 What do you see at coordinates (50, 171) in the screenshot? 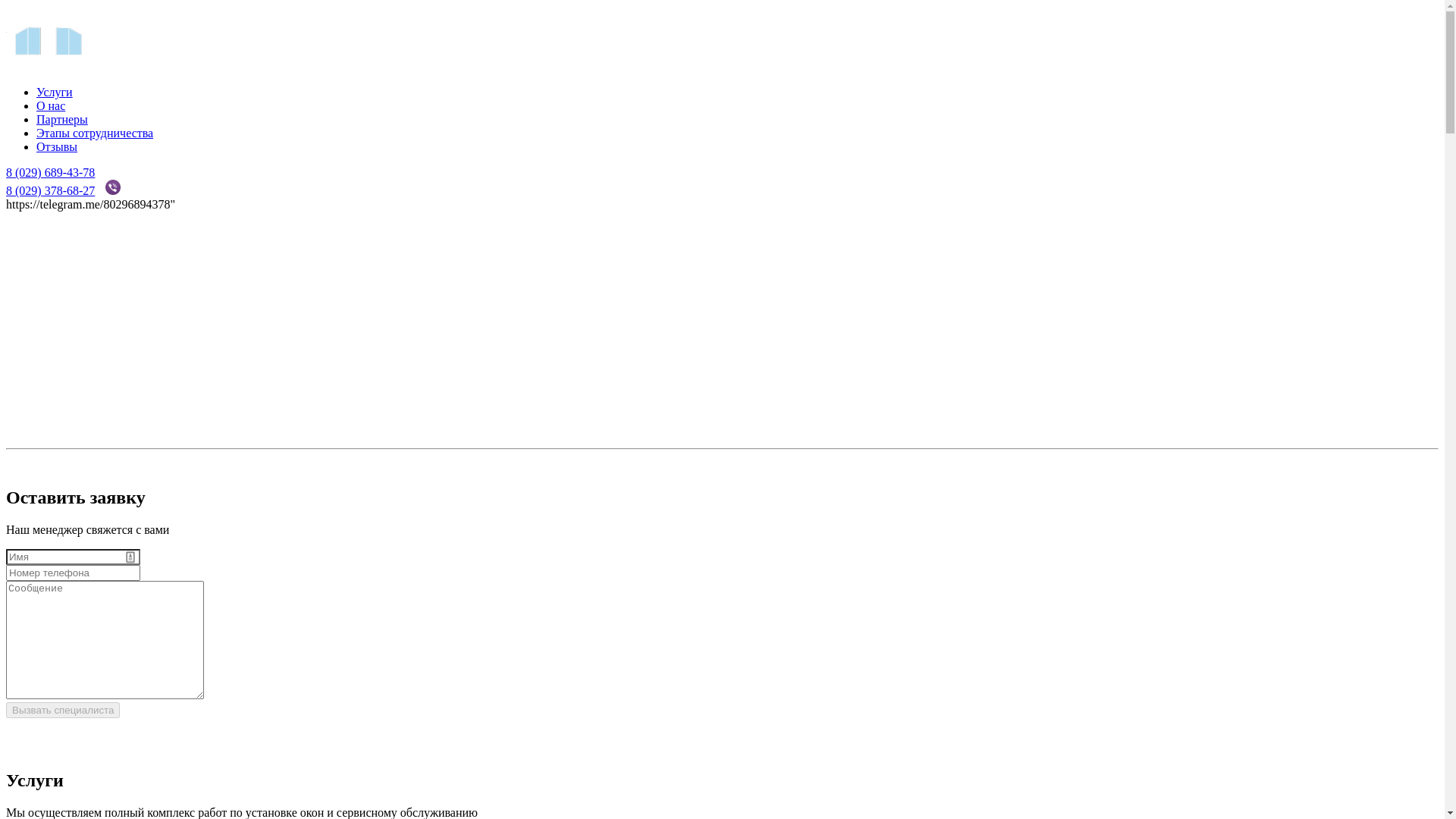
I see `'8 (029) 689-43-78'` at bounding box center [50, 171].